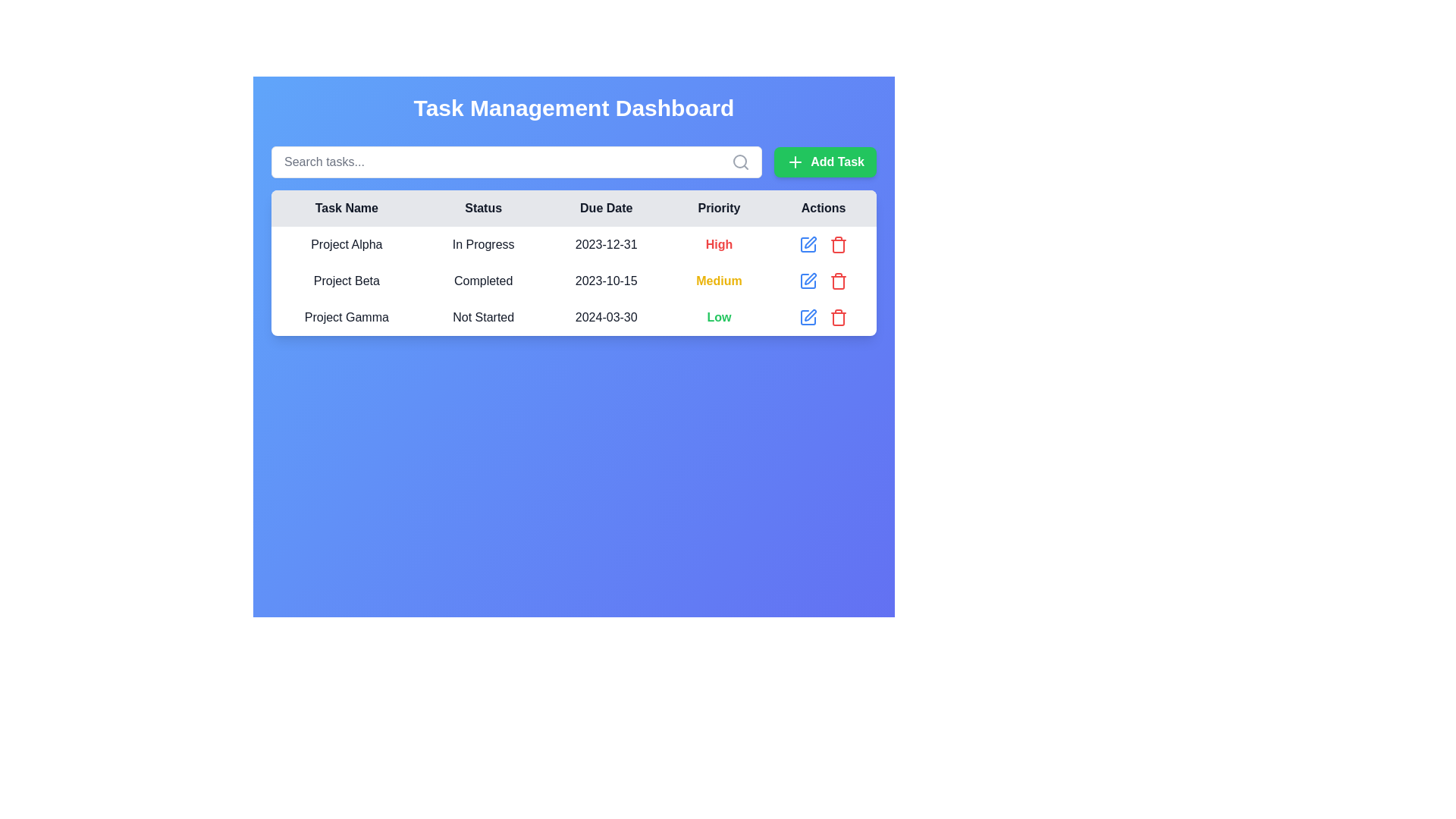  I want to click on text of the 'Low' priority label, which is a green, bold text centered in its space, located in the last row of the table under the 'Priority' column, next to the due date '2024-03-30', so click(718, 317).